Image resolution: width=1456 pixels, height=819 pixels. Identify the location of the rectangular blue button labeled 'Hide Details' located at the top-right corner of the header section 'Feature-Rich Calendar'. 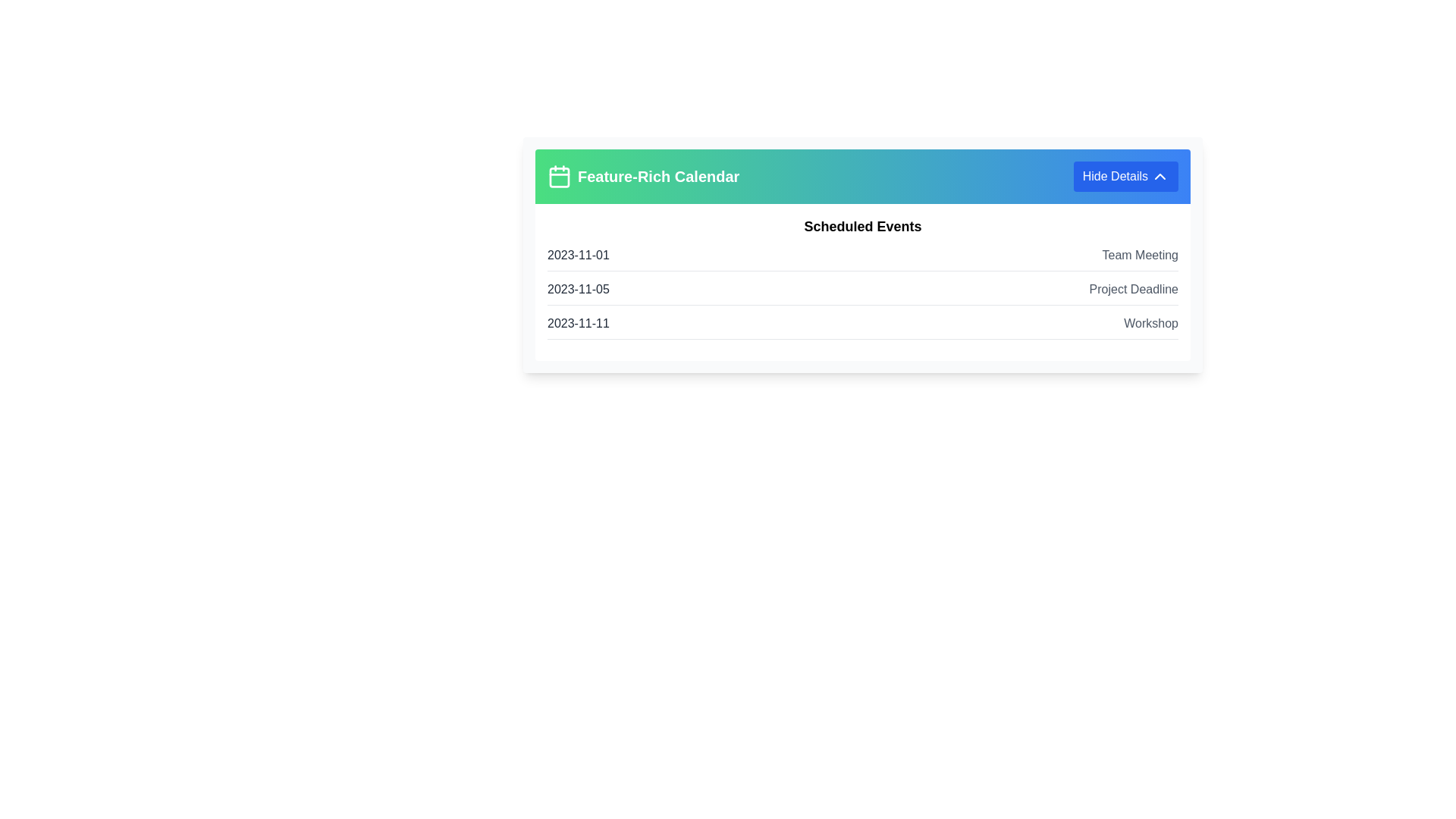
(1125, 175).